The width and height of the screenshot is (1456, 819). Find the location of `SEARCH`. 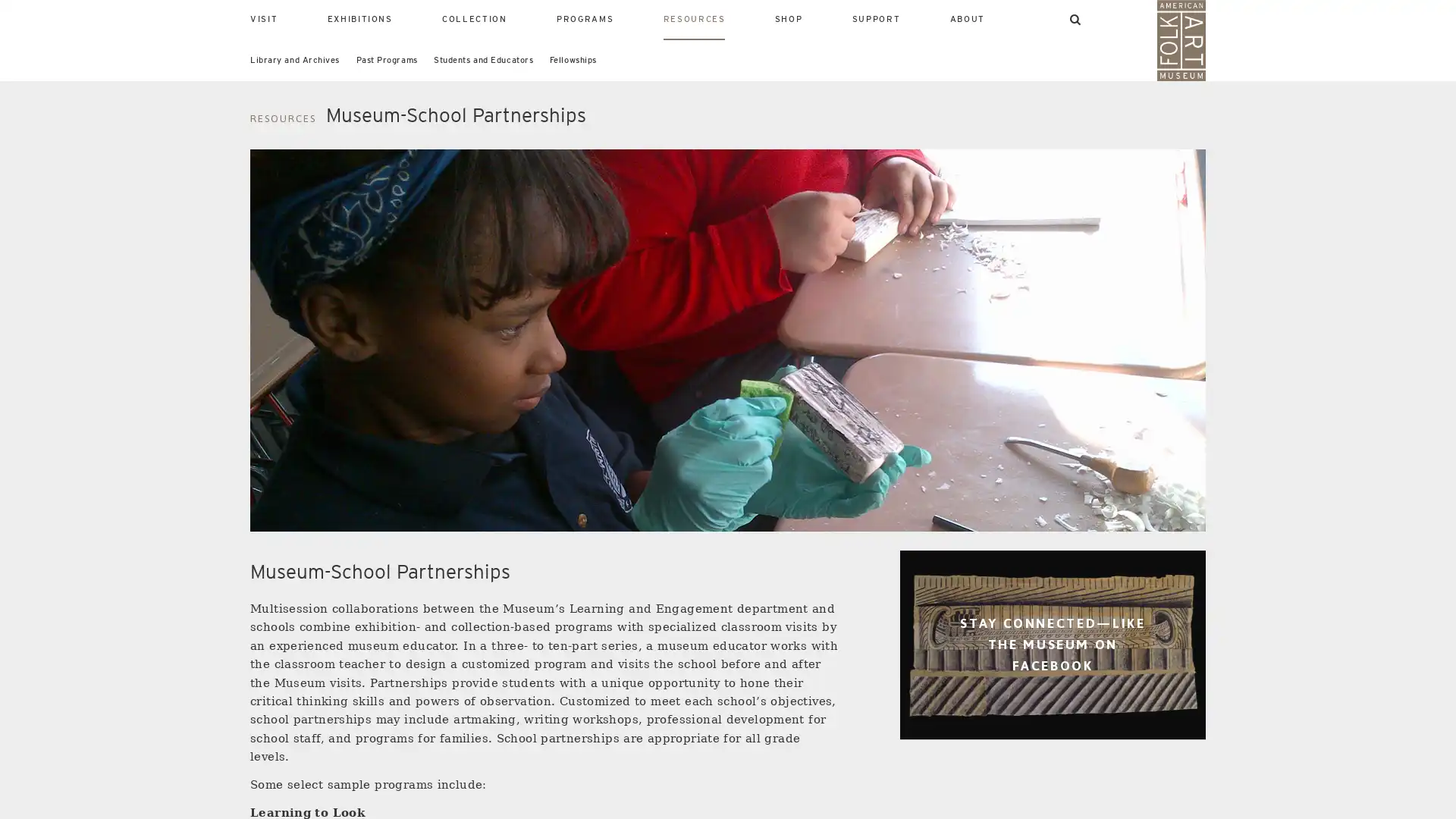

SEARCH is located at coordinates (1166, 111).